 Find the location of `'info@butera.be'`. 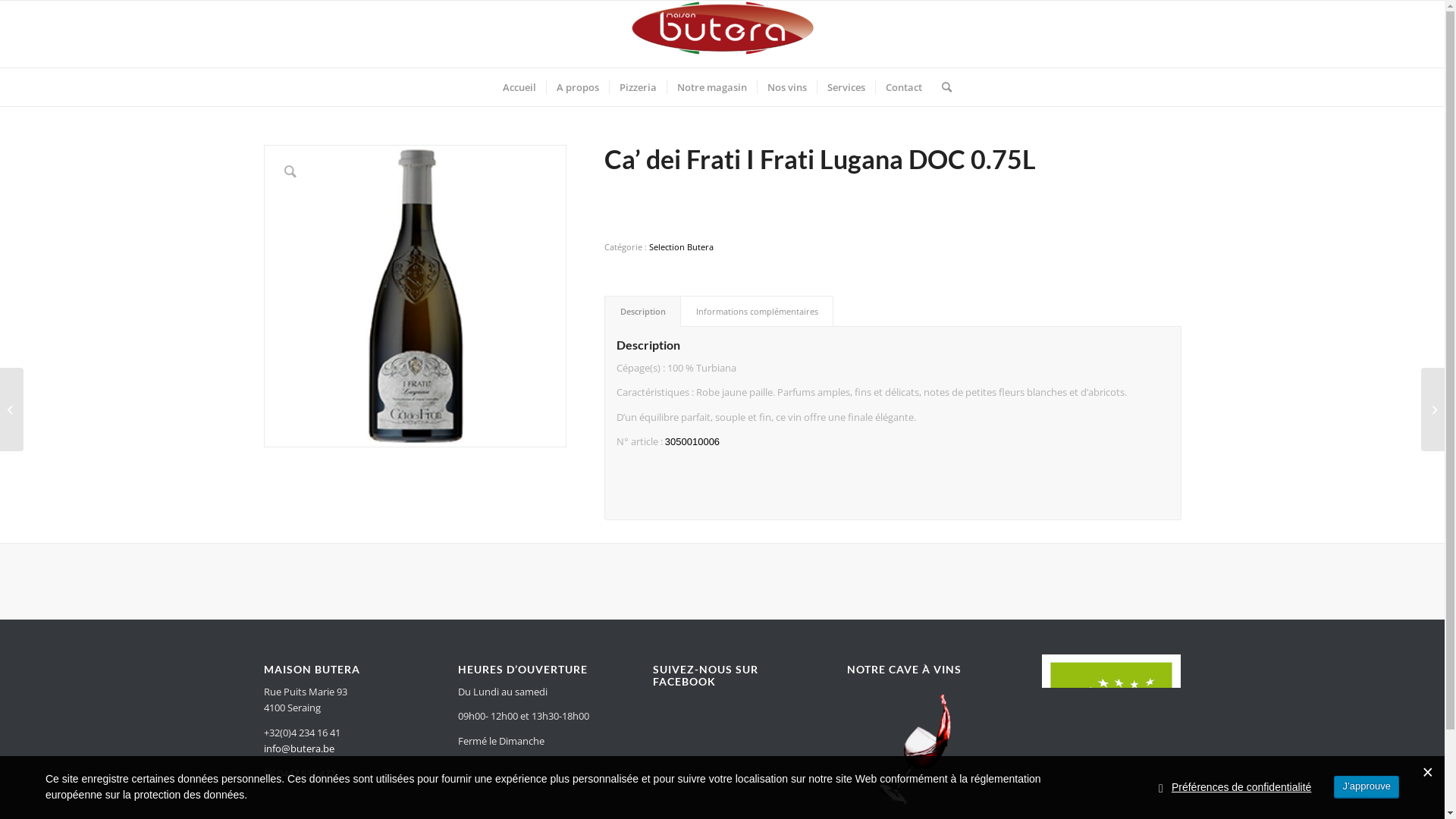

'info@butera.be' is located at coordinates (299, 748).